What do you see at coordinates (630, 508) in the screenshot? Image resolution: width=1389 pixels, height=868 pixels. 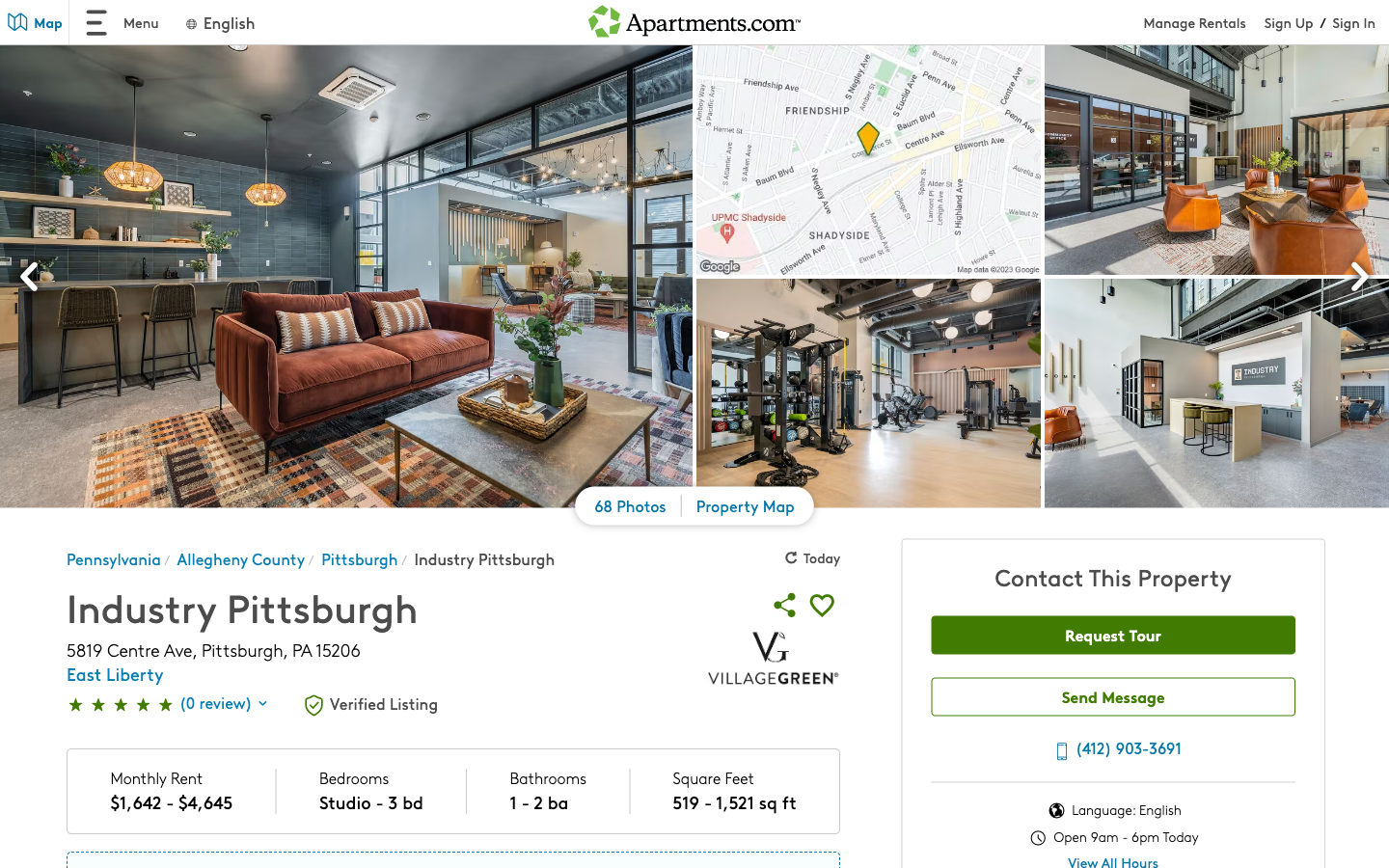 I see `the photo gallery and scroll through images` at bounding box center [630, 508].